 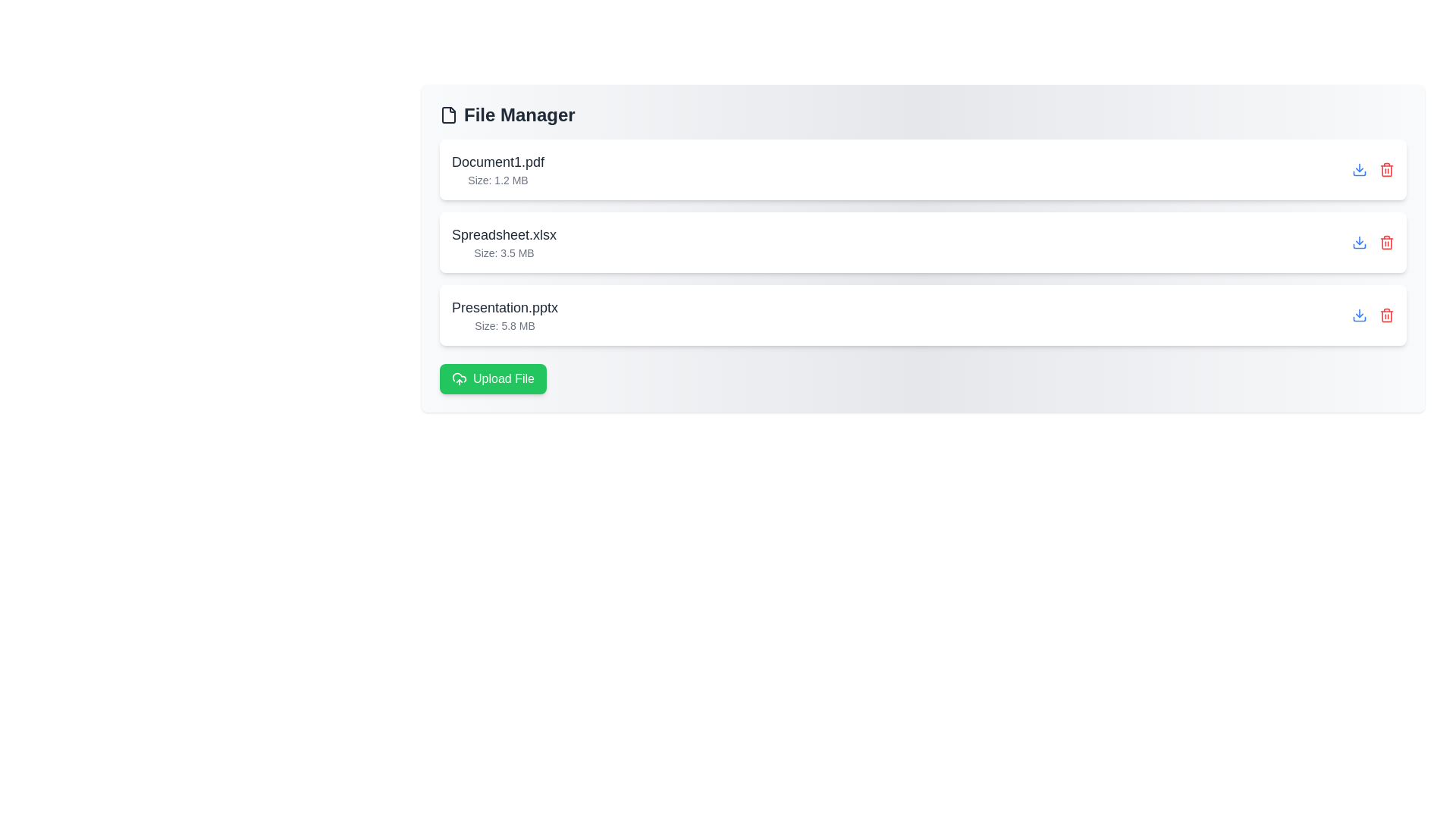 I want to click on download button for the file Document1.pdf, so click(x=1360, y=169).